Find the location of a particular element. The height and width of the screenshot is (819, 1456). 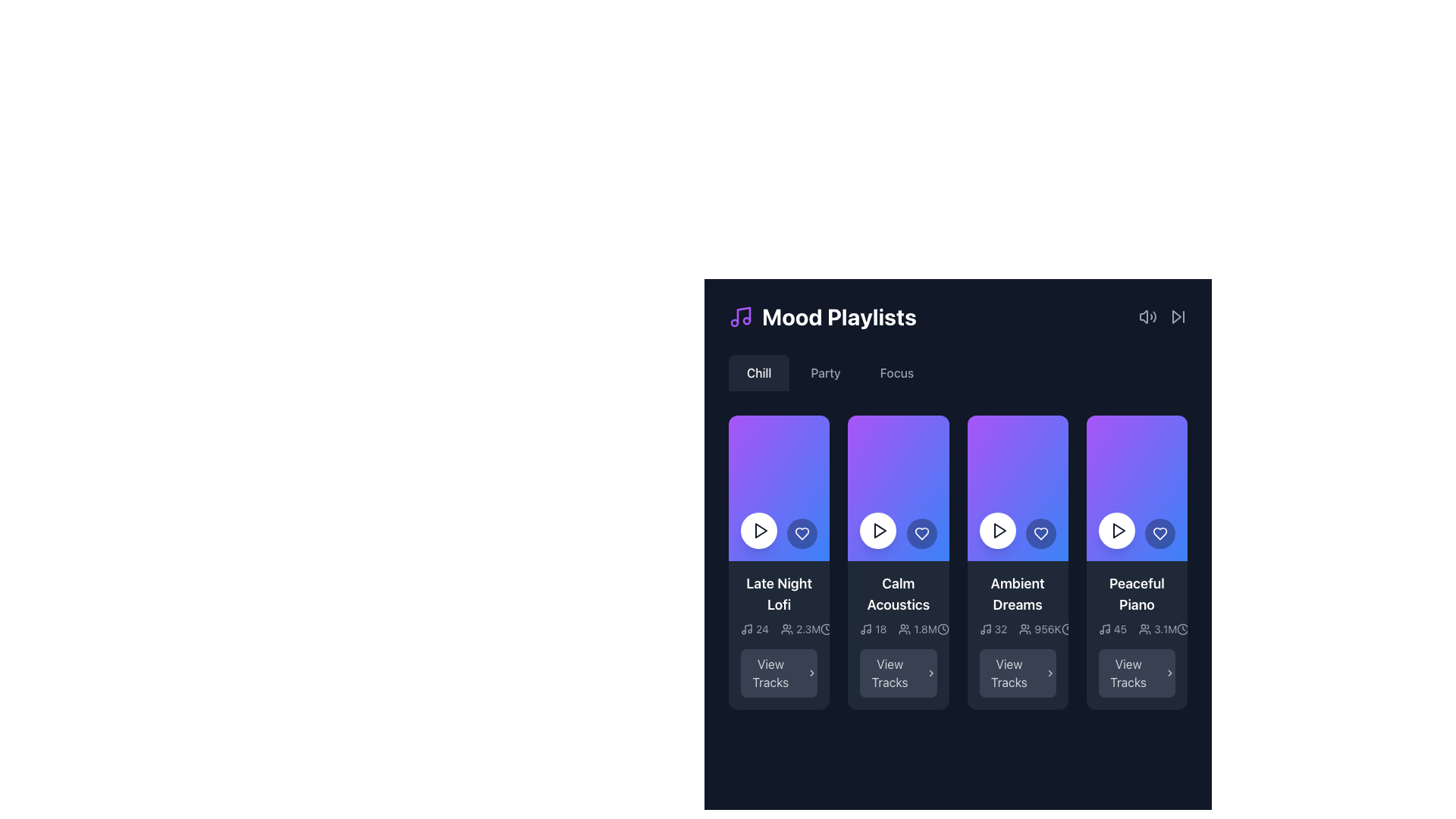

the Label displaying playlist statistics located under the title 'Peaceful Piano' and above the 'View Tracks' button is located at coordinates (1137, 629).